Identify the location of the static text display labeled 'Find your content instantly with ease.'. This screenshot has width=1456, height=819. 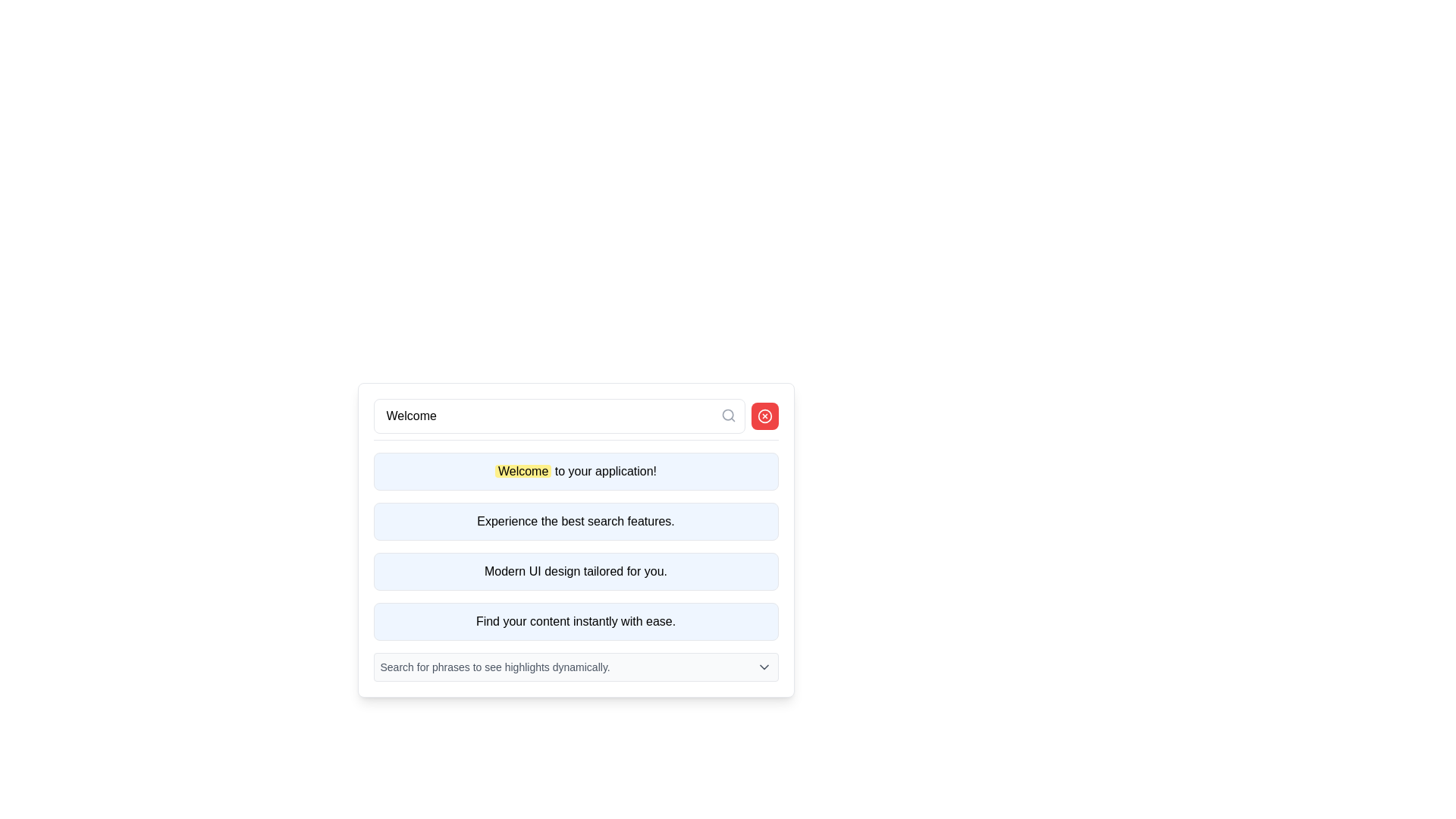
(575, 622).